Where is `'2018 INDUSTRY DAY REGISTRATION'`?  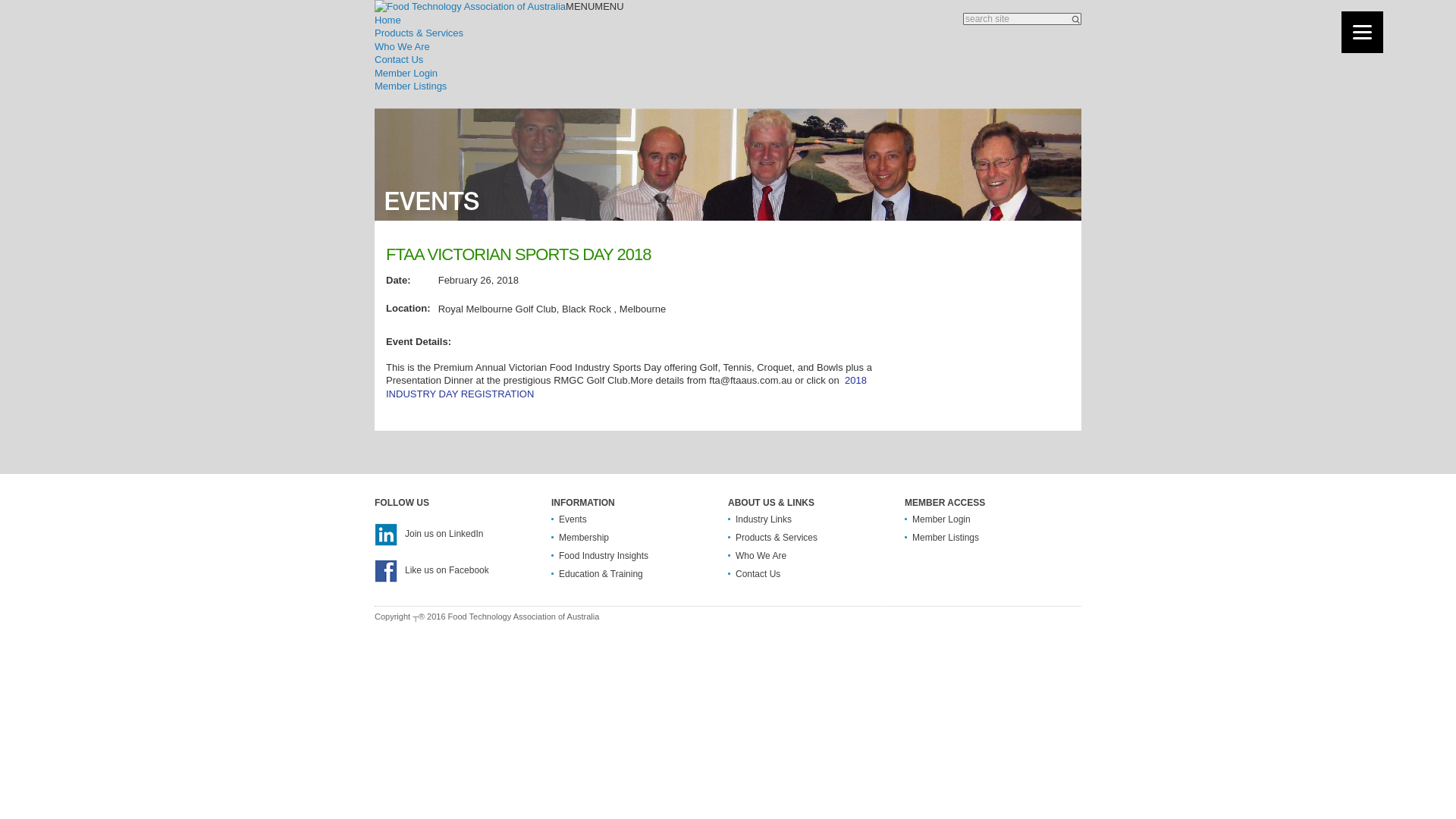 '2018 INDUSTRY DAY REGISTRATION' is located at coordinates (626, 386).